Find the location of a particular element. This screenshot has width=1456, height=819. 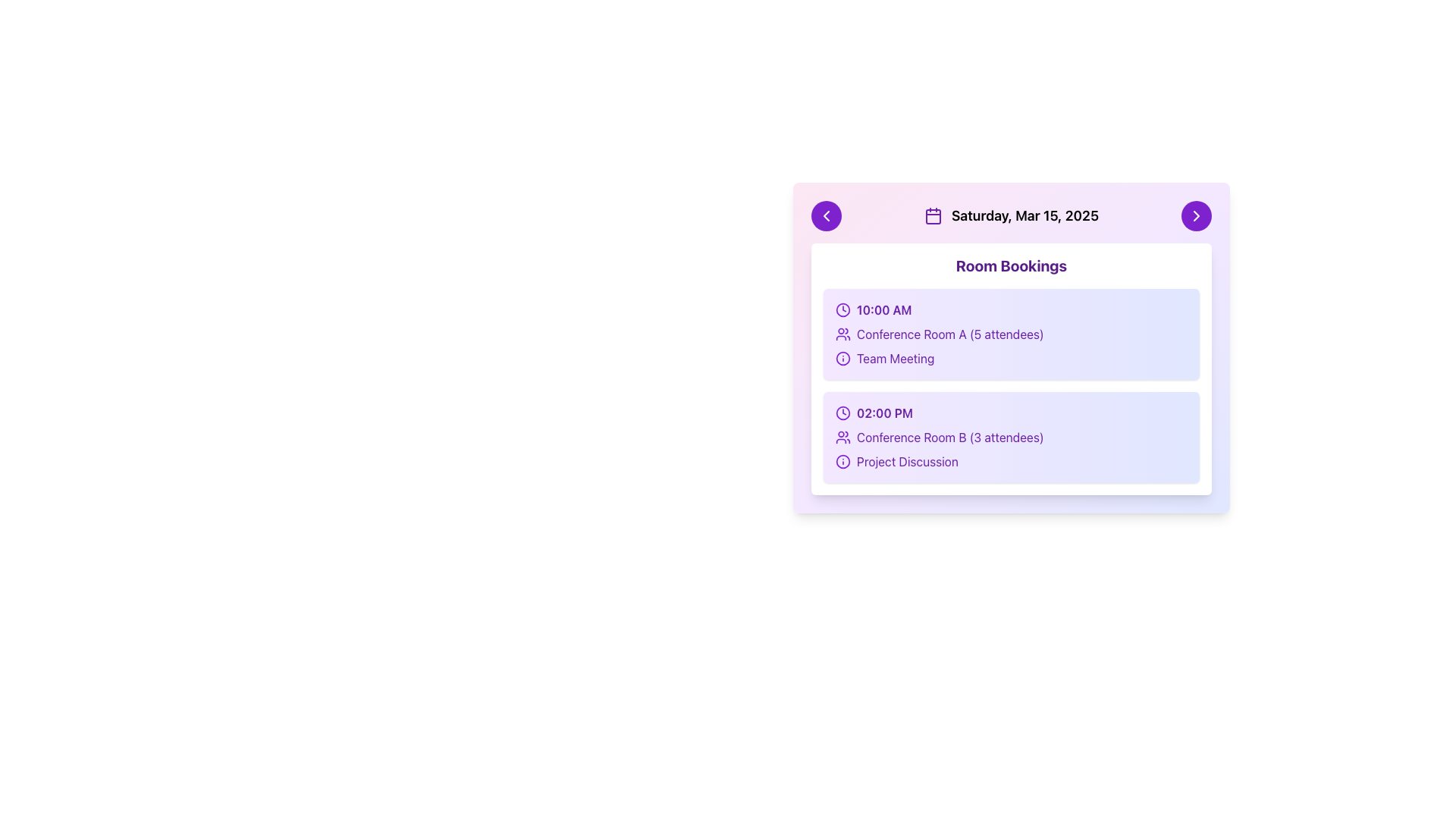

the purple group of people icon associated with the text 'Conference Room A (5 attendees)' is located at coordinates (843, 333).